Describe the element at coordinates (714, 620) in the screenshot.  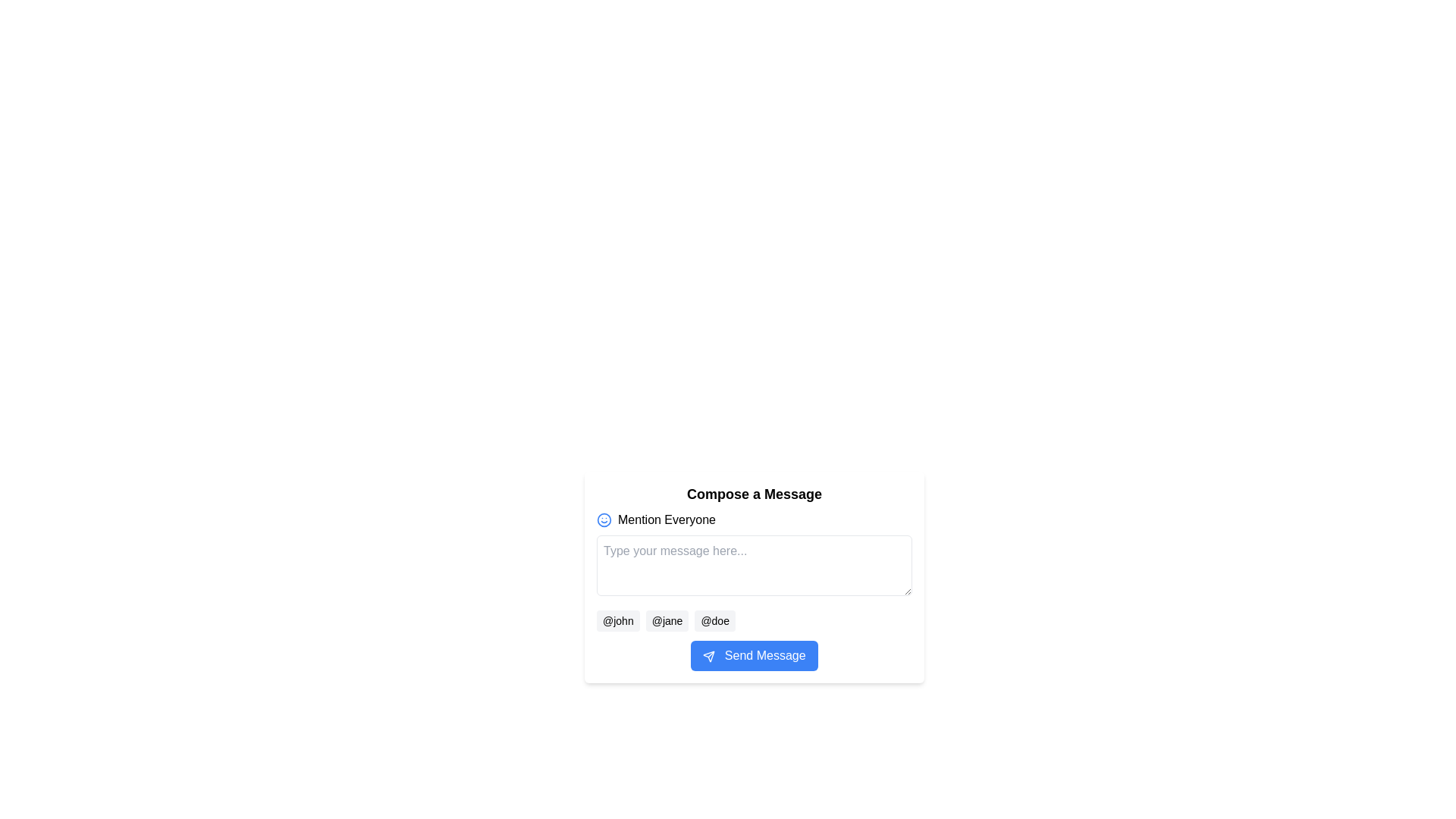
I see `the distinct gray rectangular tag element containing the text '@doe'` at that location.